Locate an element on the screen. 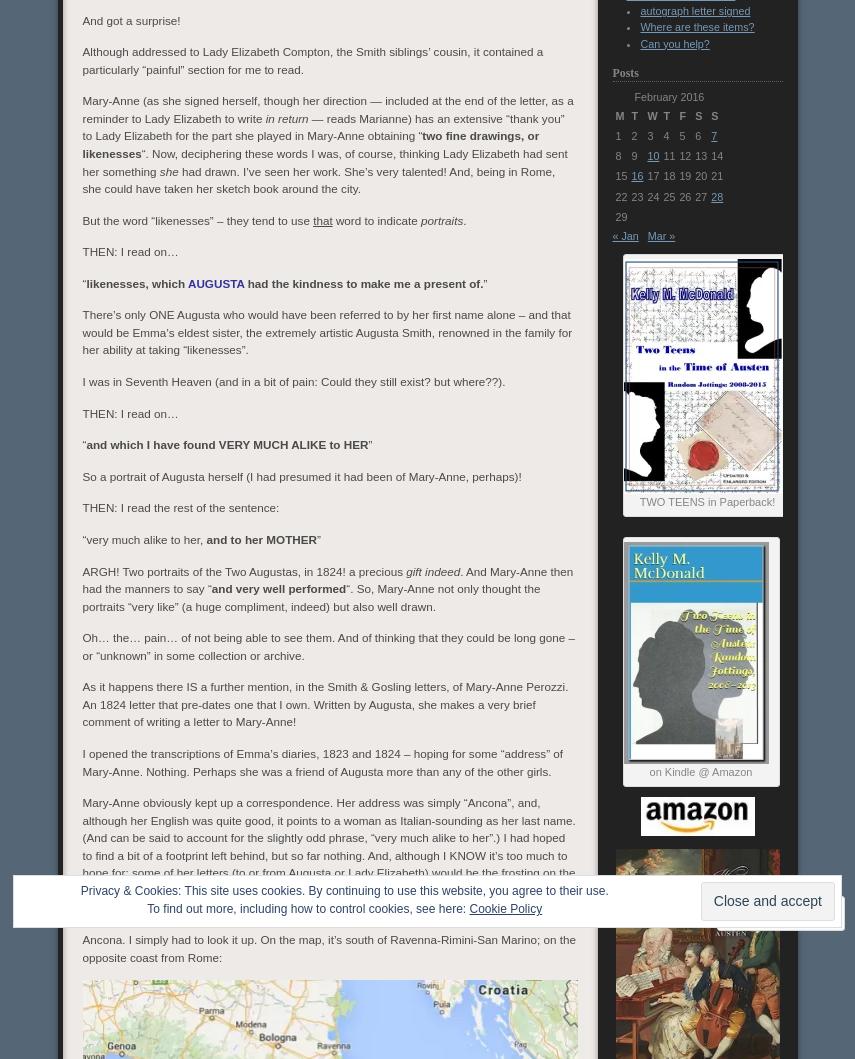 Image resolution: width=855 pixels, height=1059 pixels. 'But the word “likenesses” – they tend to use' is located at coordinates (196, 219).